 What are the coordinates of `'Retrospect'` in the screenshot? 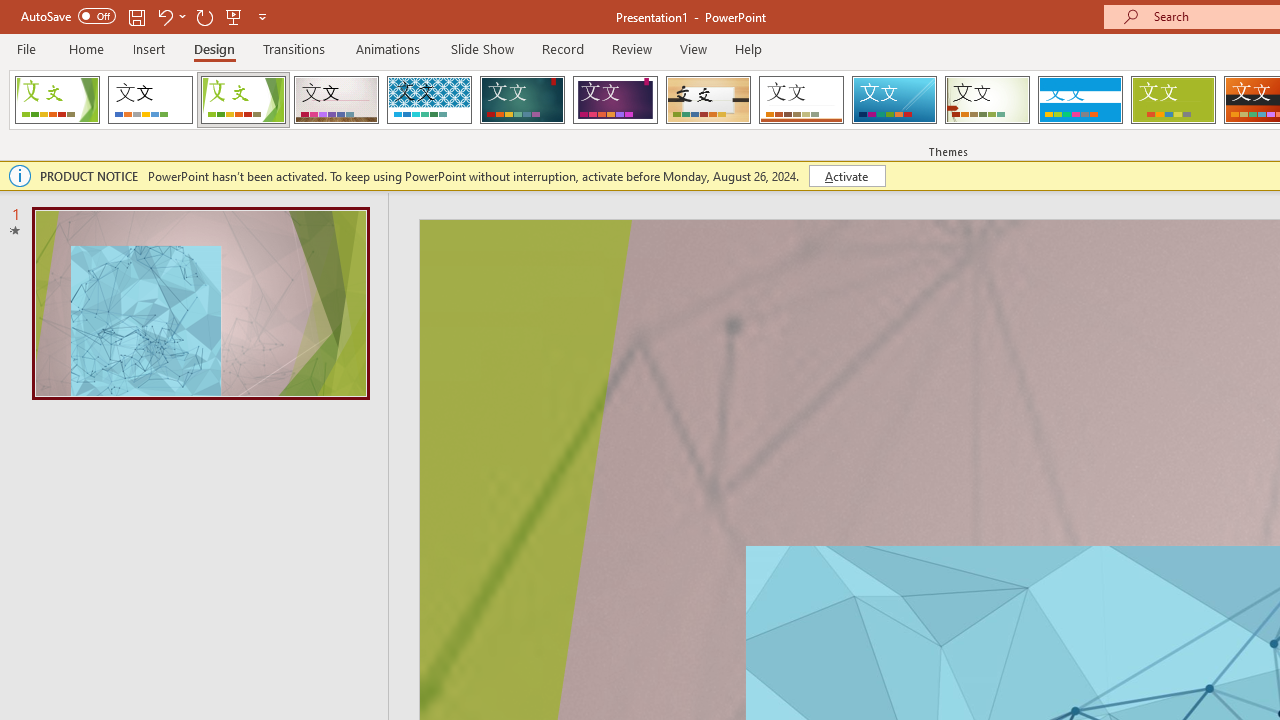 It's located at (801, 100).